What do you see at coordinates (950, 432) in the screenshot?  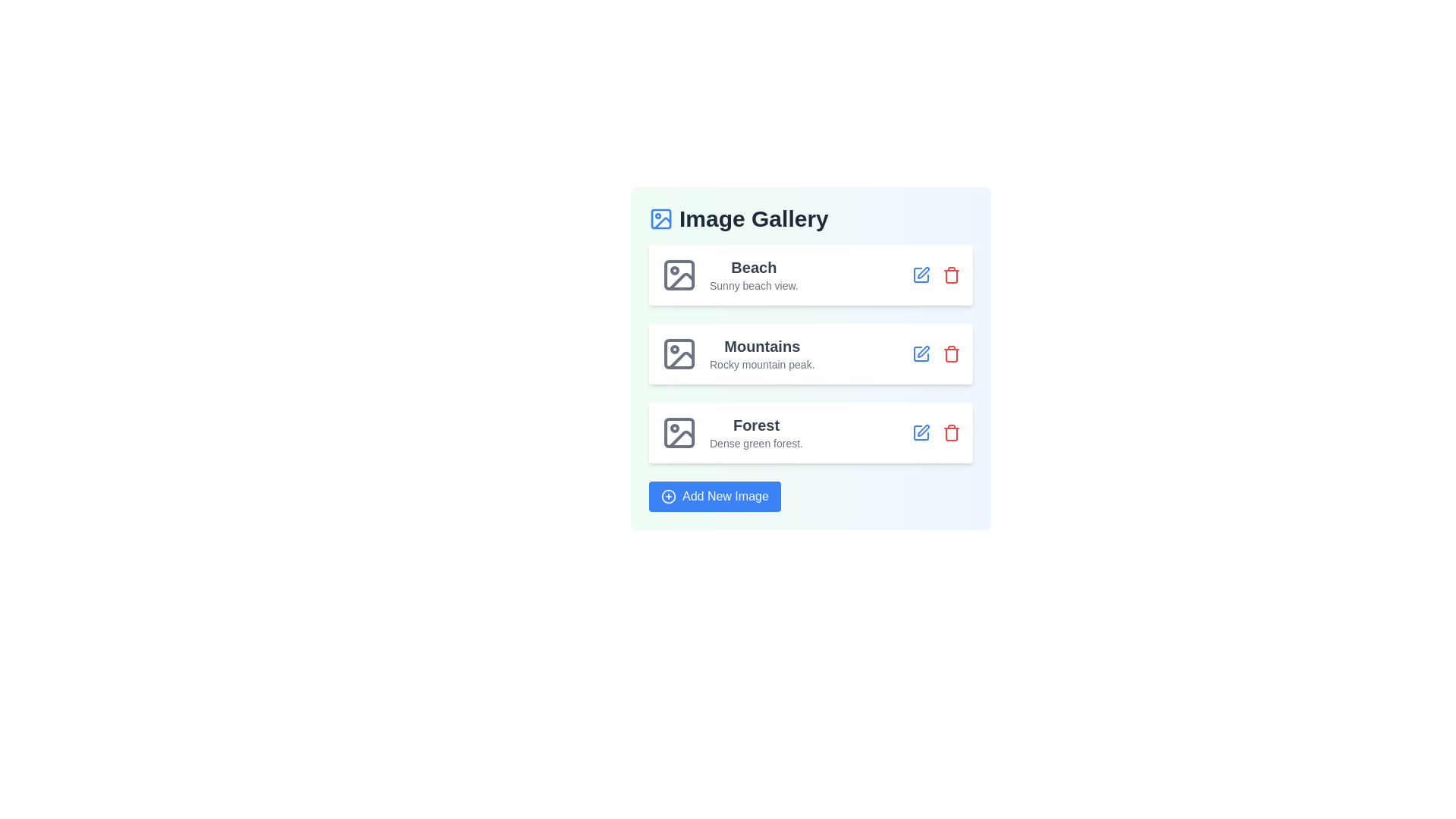 I see `delete button for the image with title Forest to remove it from the gallery` at bounding box center [950, 432].